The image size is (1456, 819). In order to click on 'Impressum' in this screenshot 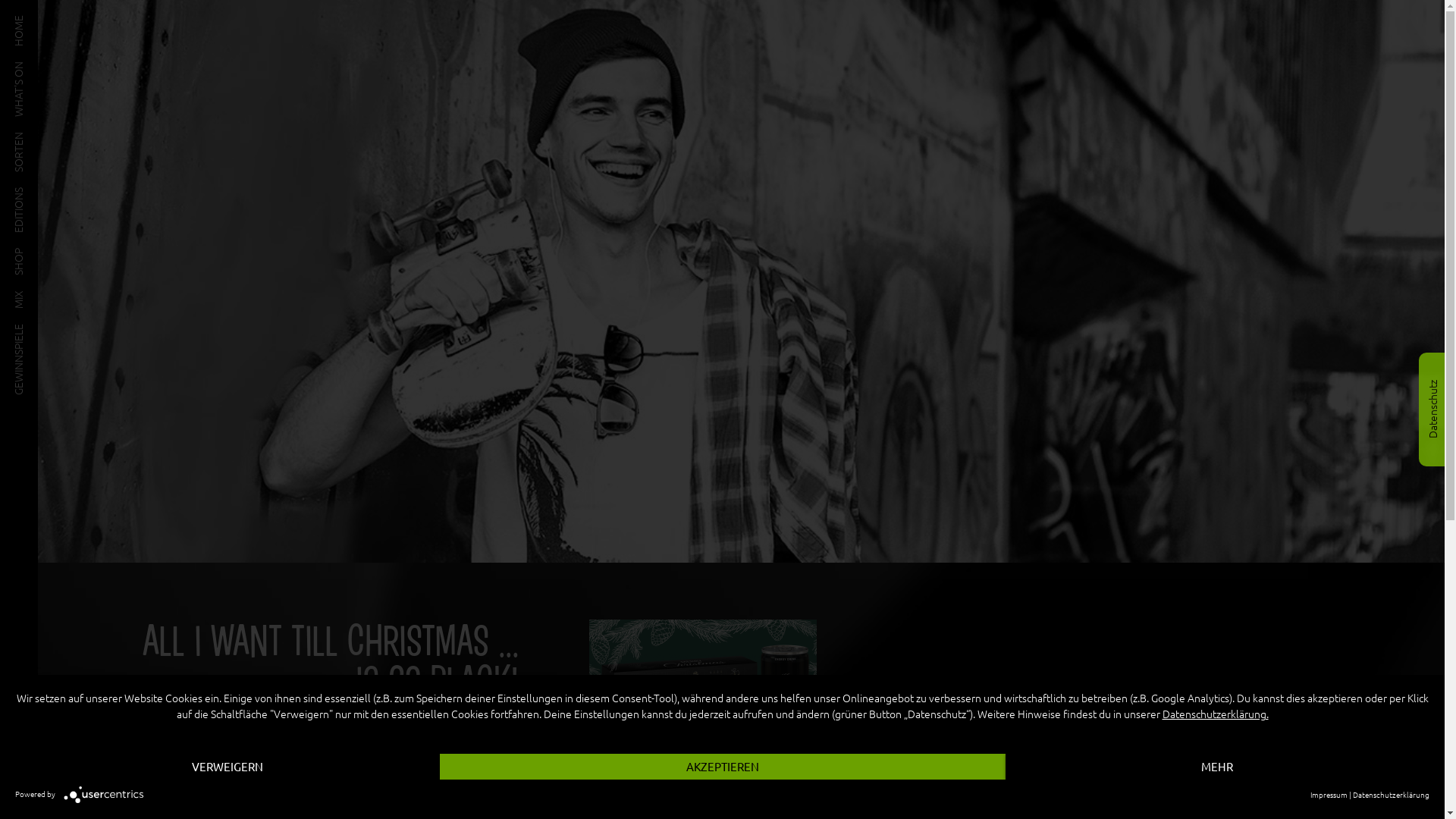, I will do `click(1328, 793)`.